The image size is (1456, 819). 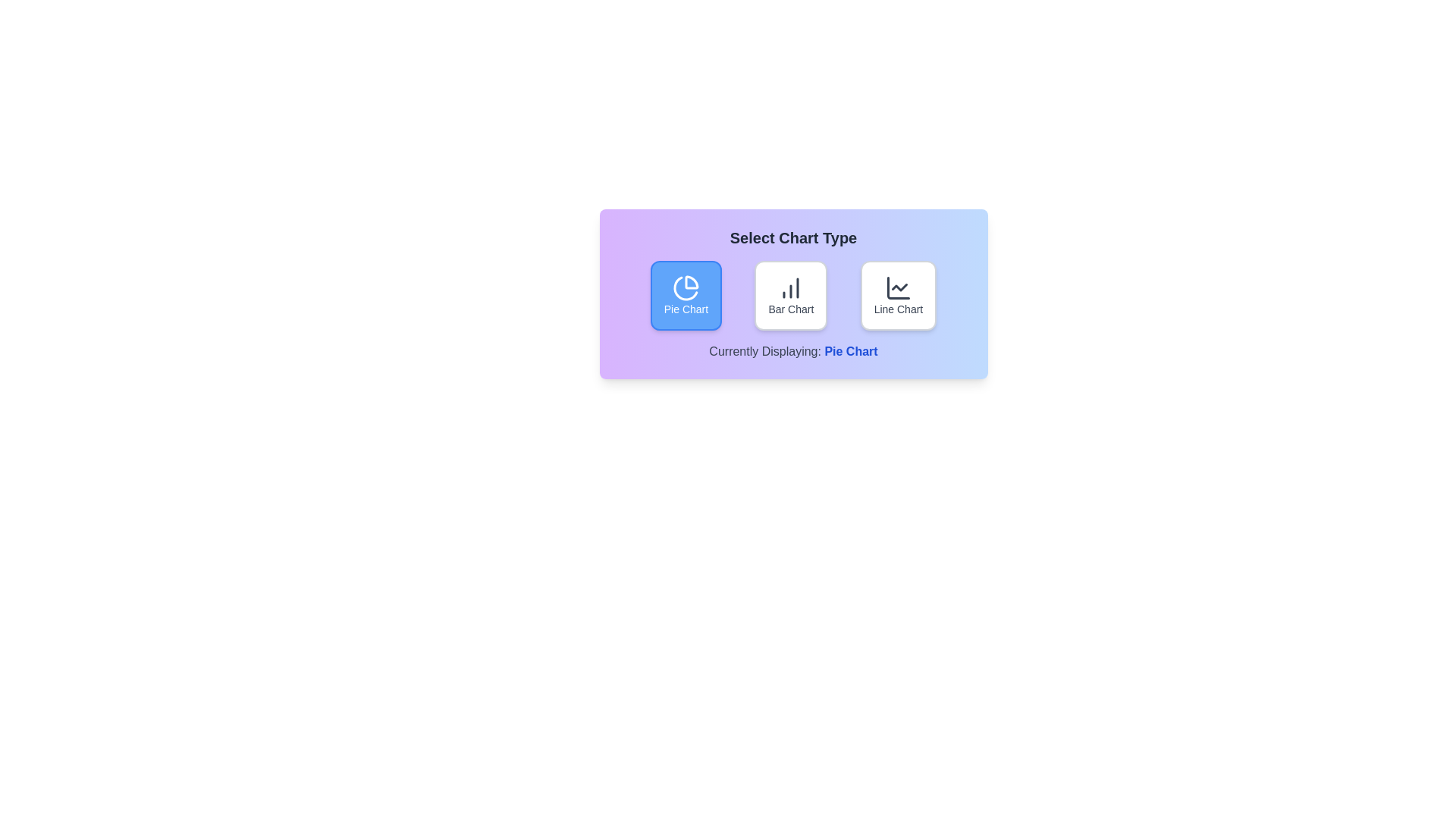 What do you see at coordinates (898, 295) in the screenshot?
I see `the Line Chart button to observe its hover effect` at bounding box center [898, 295].